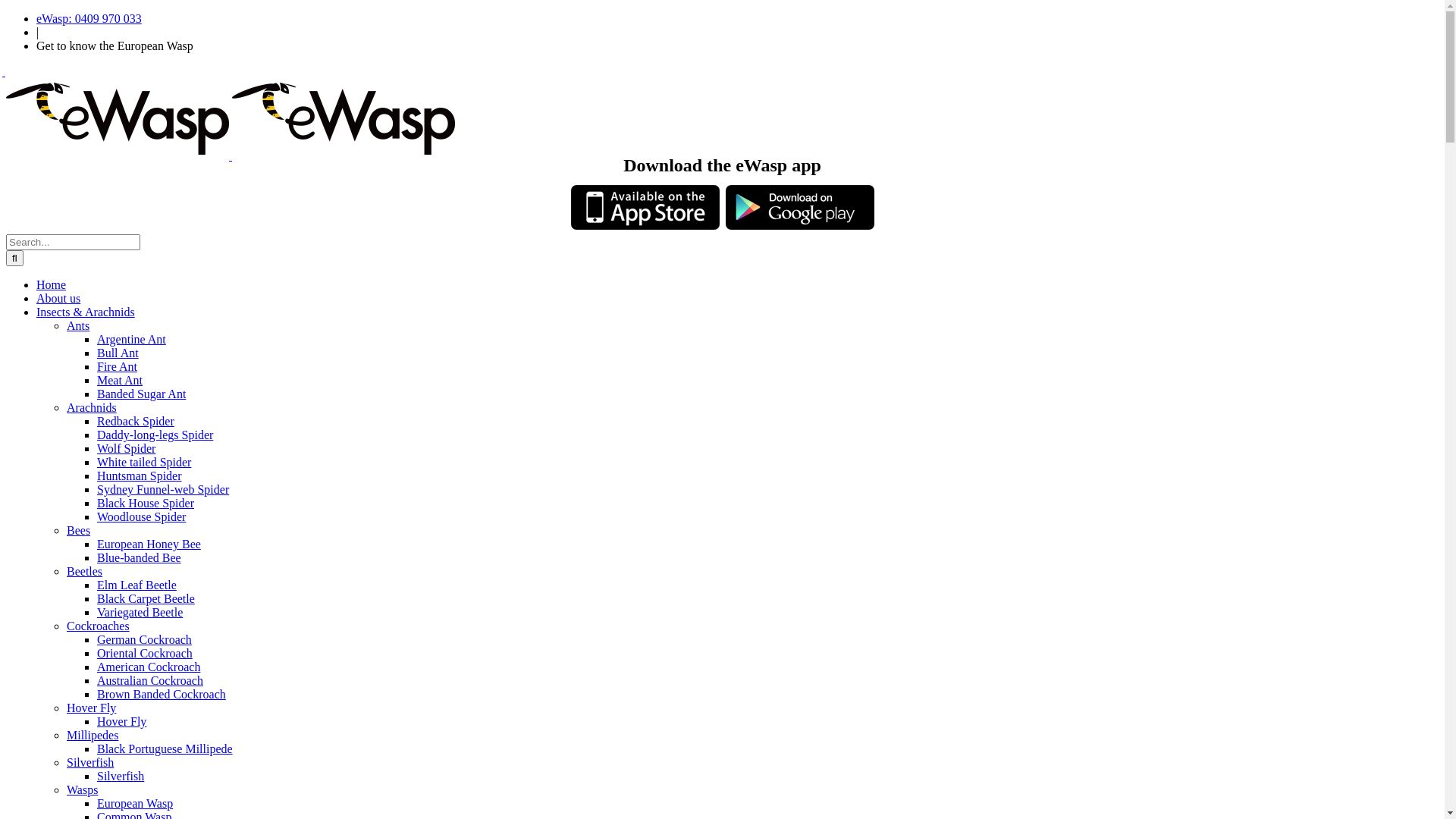 The image size is (1456, 819). What do you see at coordinates (165, 748) in the screenshot?
I see `'Black Portuguese Millipede'` at bounding box center [165, 748].